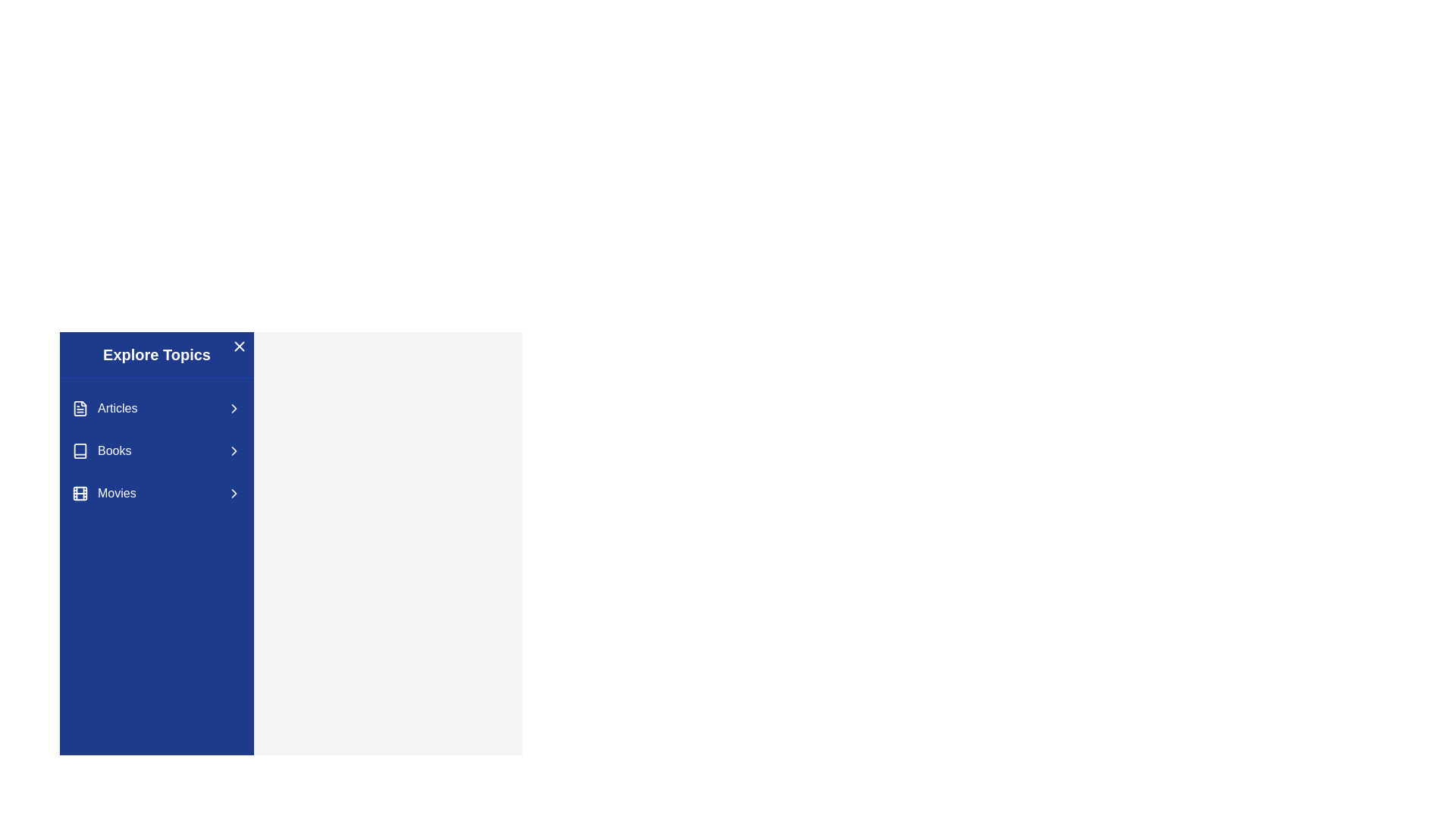  I want to click on the 'Books' button in the 'Explore Topics' sidebar, so click(156, 450).